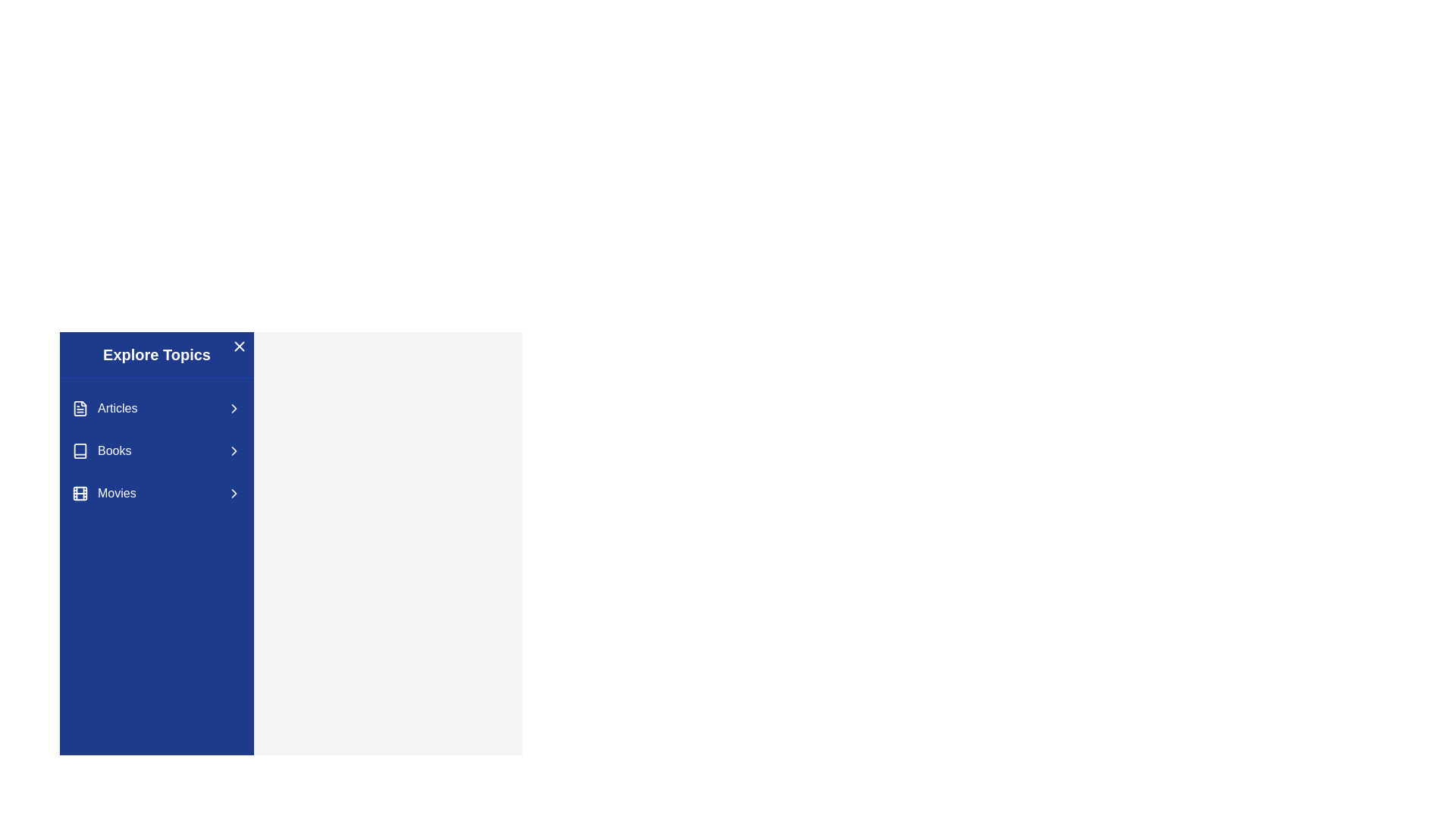  I want to click on the 'Books' button in the 'Explore Topics' sidebar, so click(156, 450).